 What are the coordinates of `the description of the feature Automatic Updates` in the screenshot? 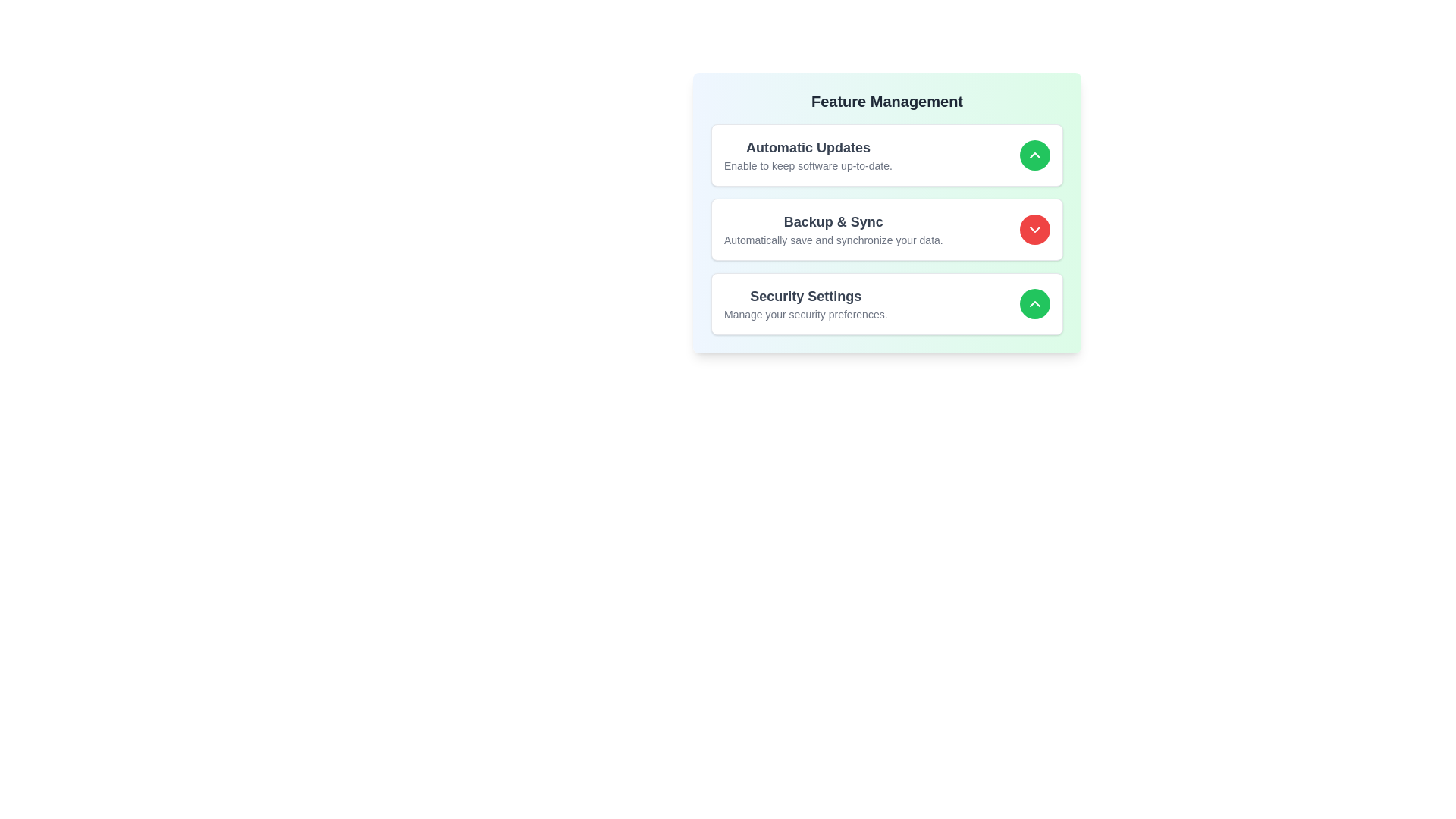 It's located at (807, 155).